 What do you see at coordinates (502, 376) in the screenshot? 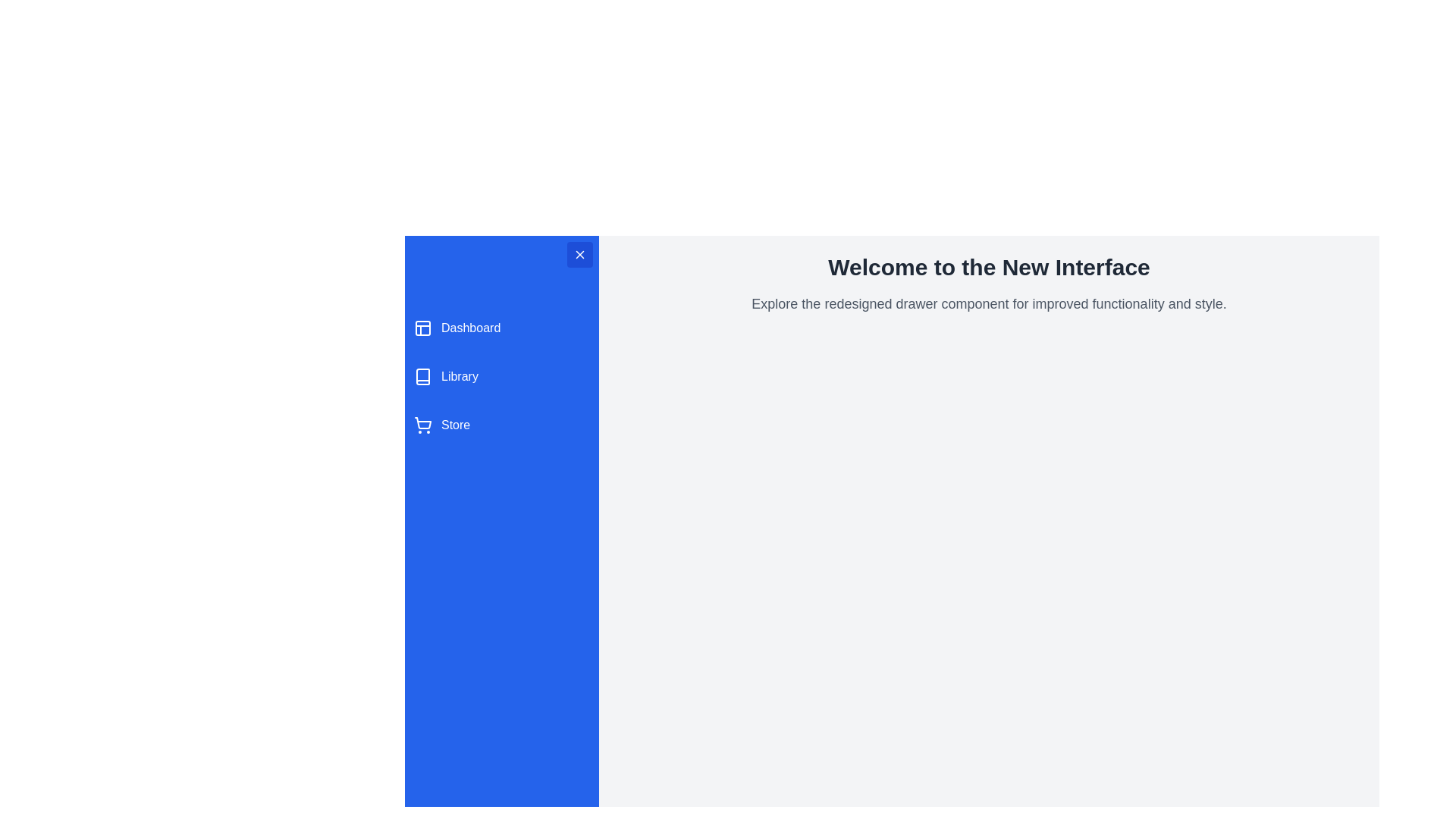
I see `the 'Library' button in the vertical navigation menu` at bounding box center [502, 376].